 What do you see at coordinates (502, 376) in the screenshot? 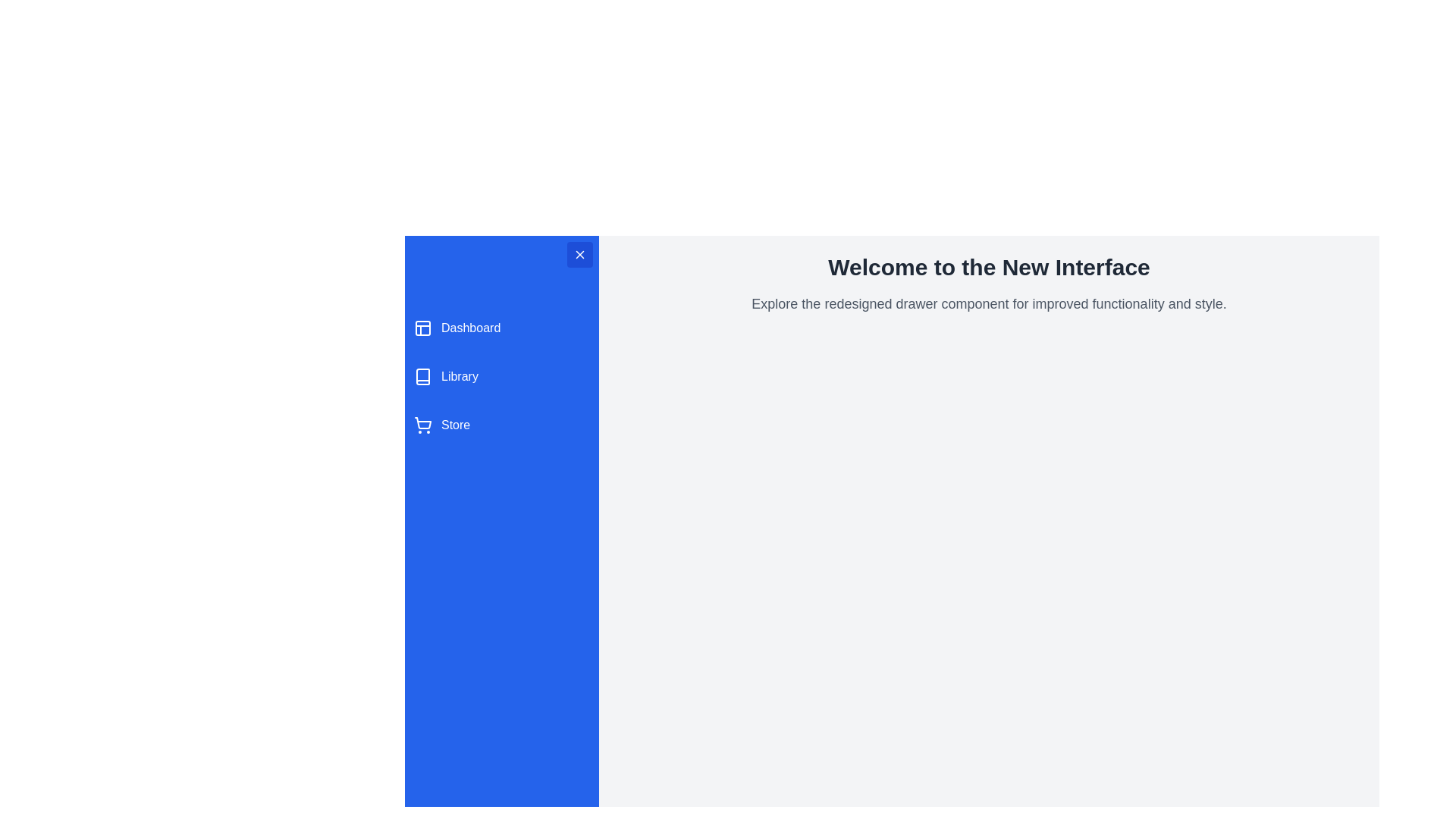
I see `the 'Library' button in the vertical navigation menu` at bounding box center [502, 376].